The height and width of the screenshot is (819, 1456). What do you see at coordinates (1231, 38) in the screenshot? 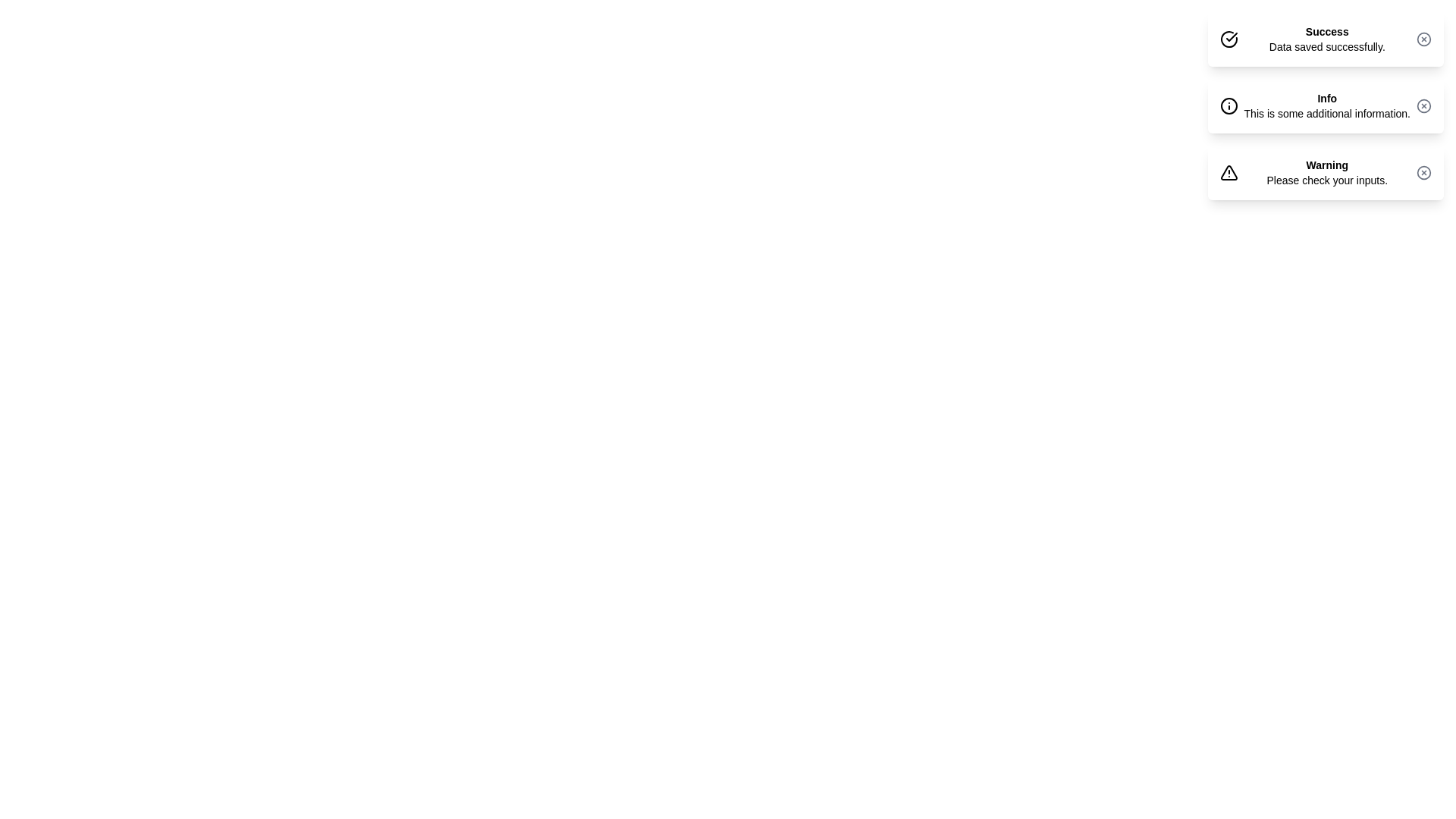
I see `the success icon located inside the notification card at the top of the notification stack` at bounding box center [1231, 38].